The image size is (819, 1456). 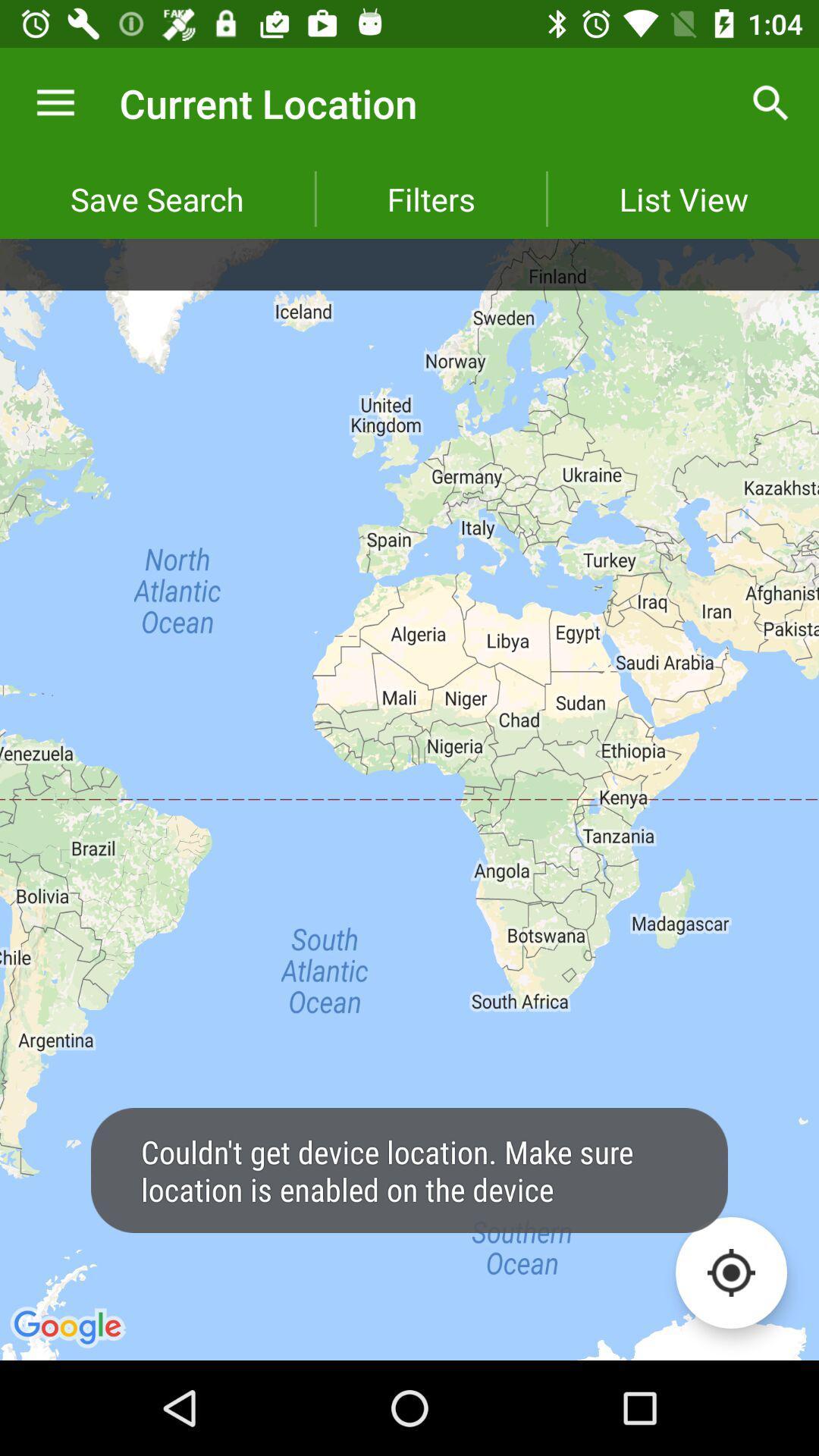 I want to click on the location_crosshair icon, so click(x=730, y=1272).